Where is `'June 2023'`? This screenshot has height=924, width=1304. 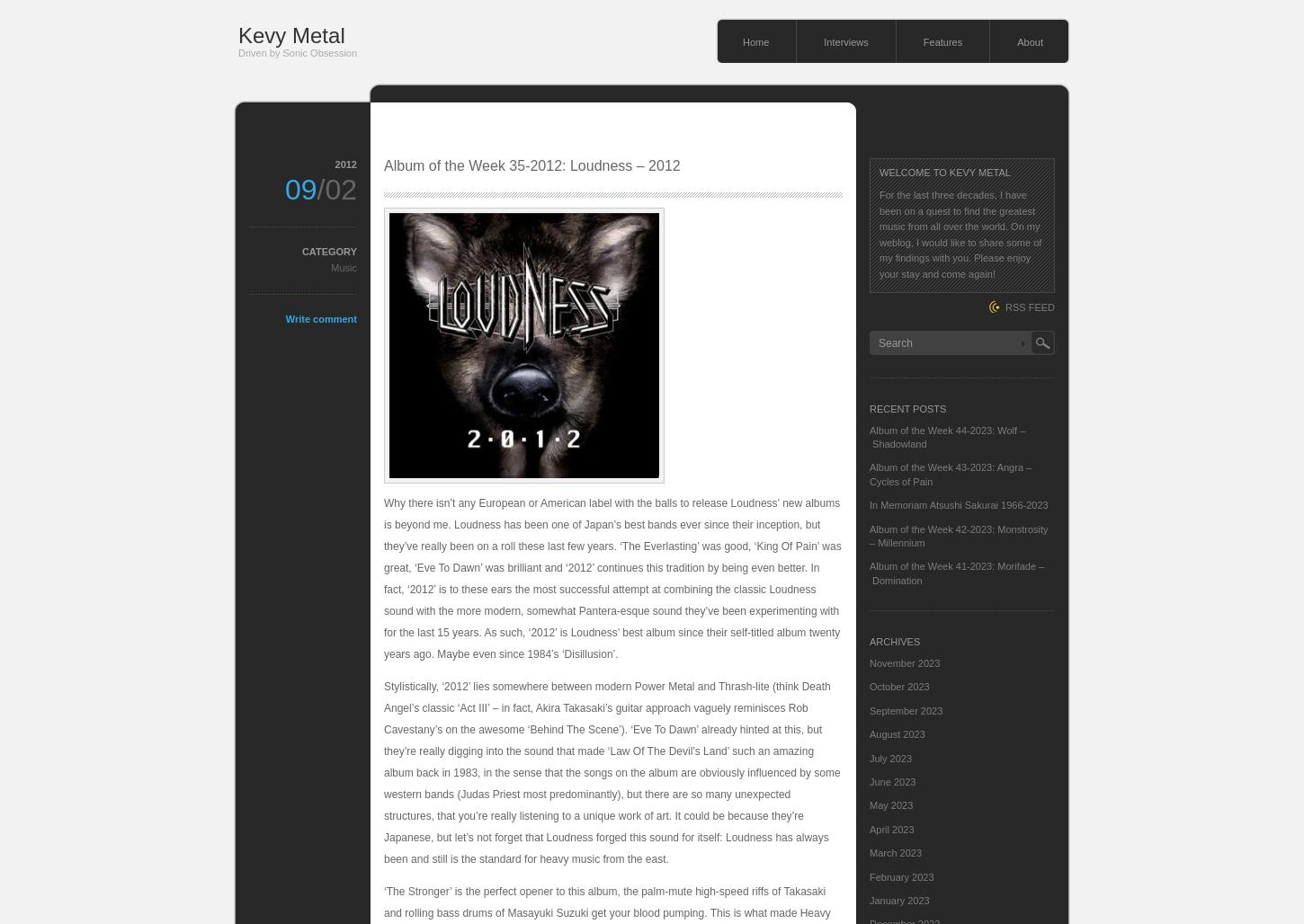 'June 2023' is located at coordinates (870, 780).